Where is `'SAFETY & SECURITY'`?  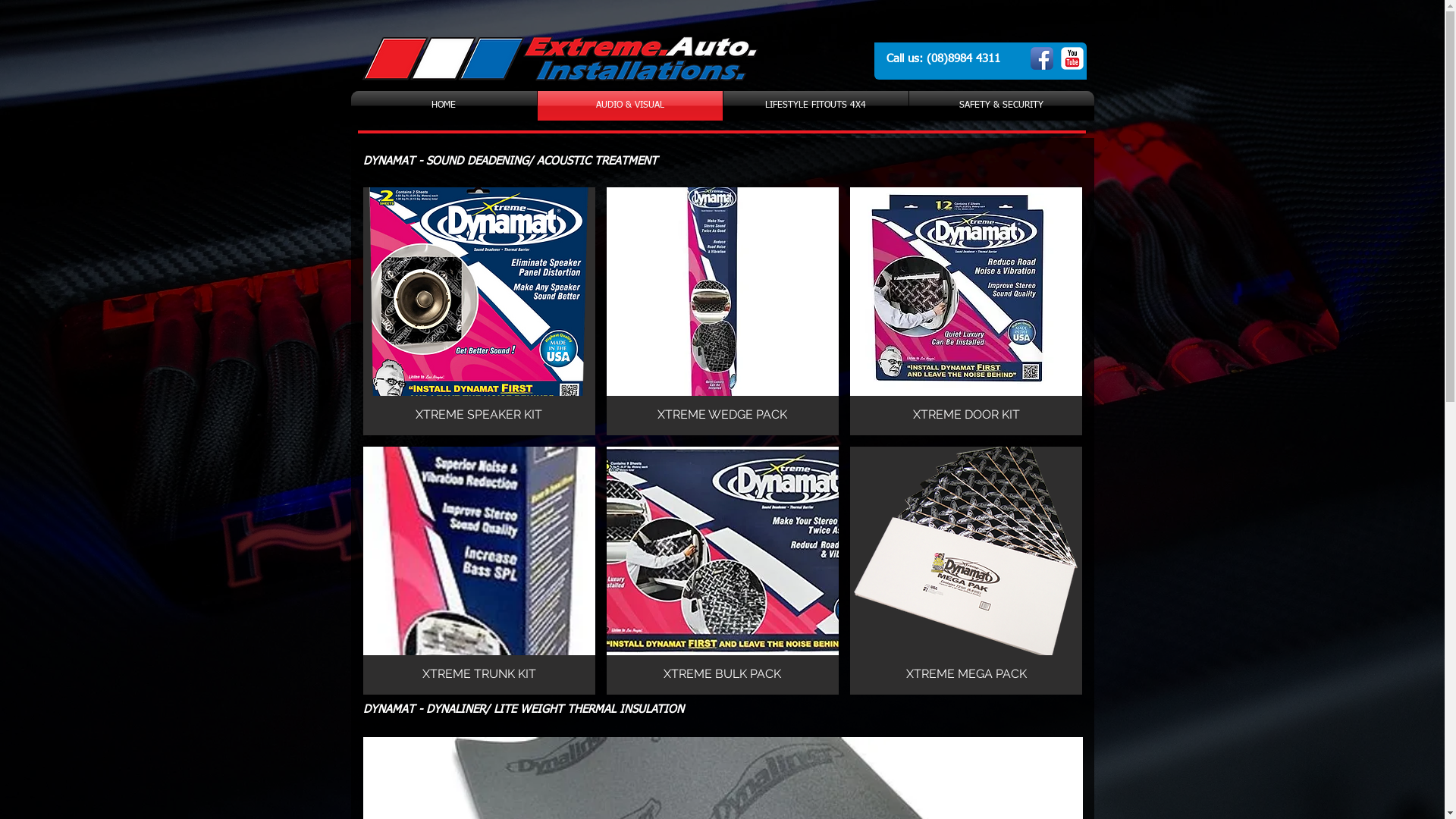
'SAFETY & SECURITY' is located at coordinates (1001, 105).